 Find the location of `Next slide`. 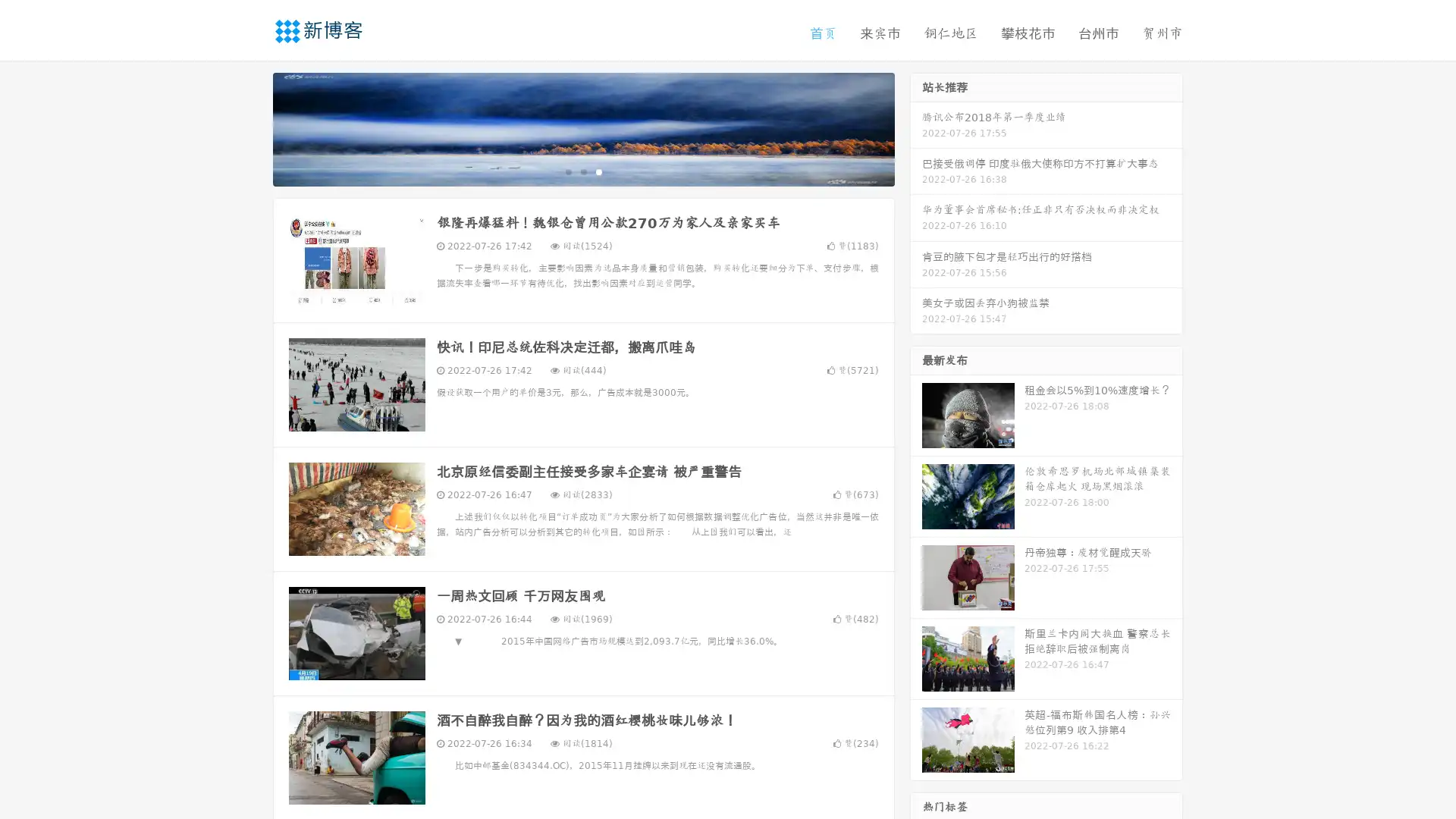

Next slide is located at coordinates (916, 127).